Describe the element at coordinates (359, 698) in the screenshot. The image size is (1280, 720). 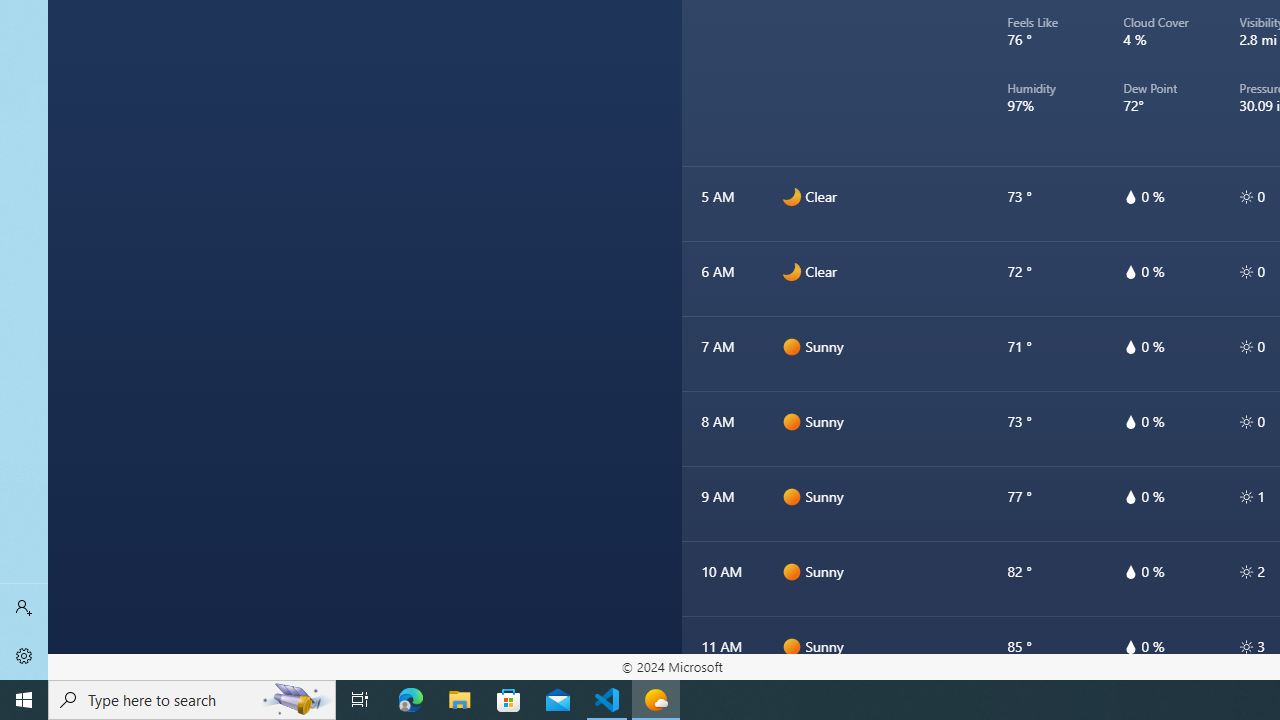
I see `'Task View'` at that location.